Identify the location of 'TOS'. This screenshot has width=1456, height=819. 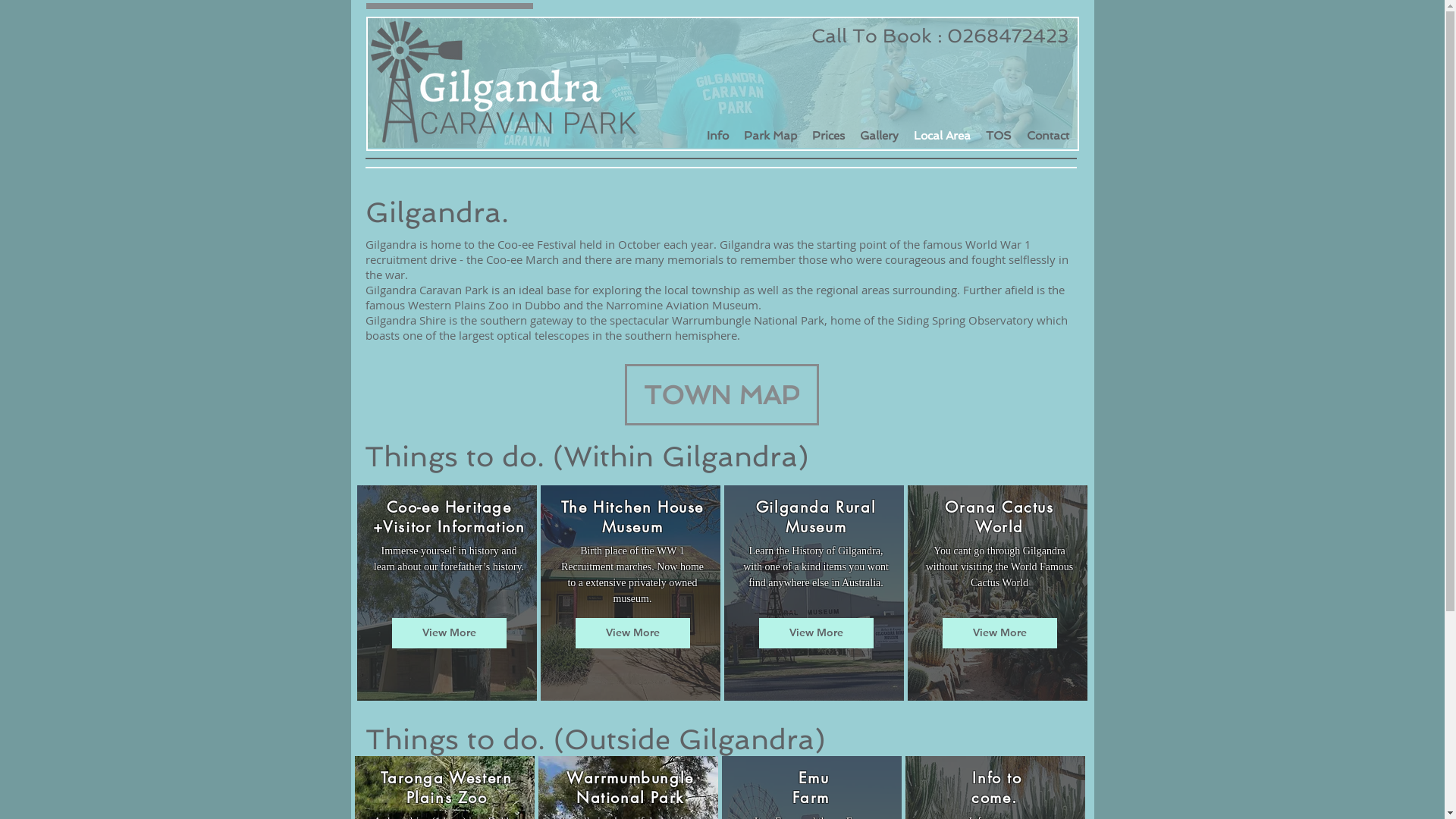
(998, 134).